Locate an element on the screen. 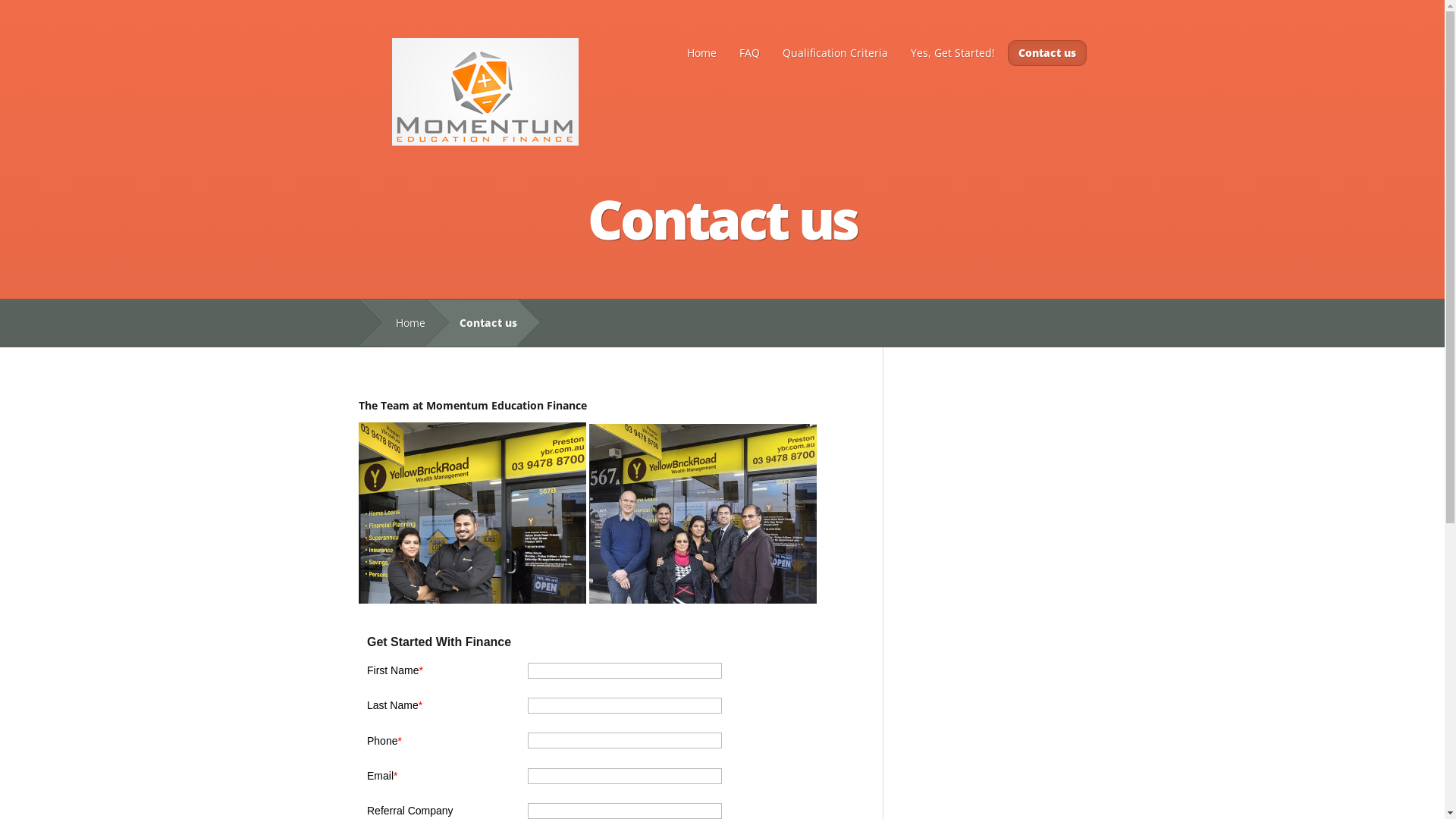 The width and height of the screenshot is (1456, 819). 'Home' is located at coordinates (403, 322).